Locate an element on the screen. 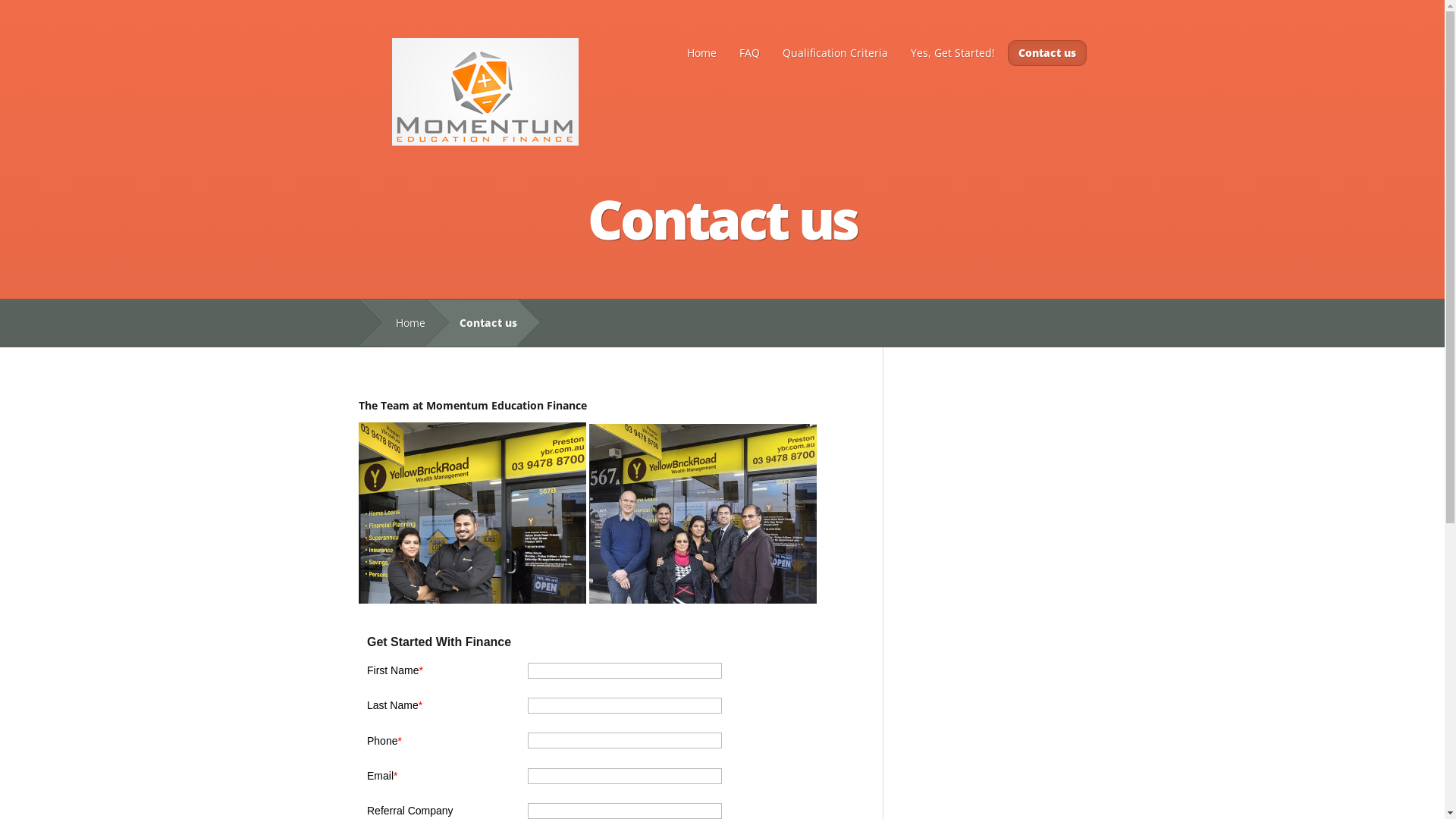 The width and height of the screenshot is (1456, 819). 'Home' is located at coordinates (403, 322).